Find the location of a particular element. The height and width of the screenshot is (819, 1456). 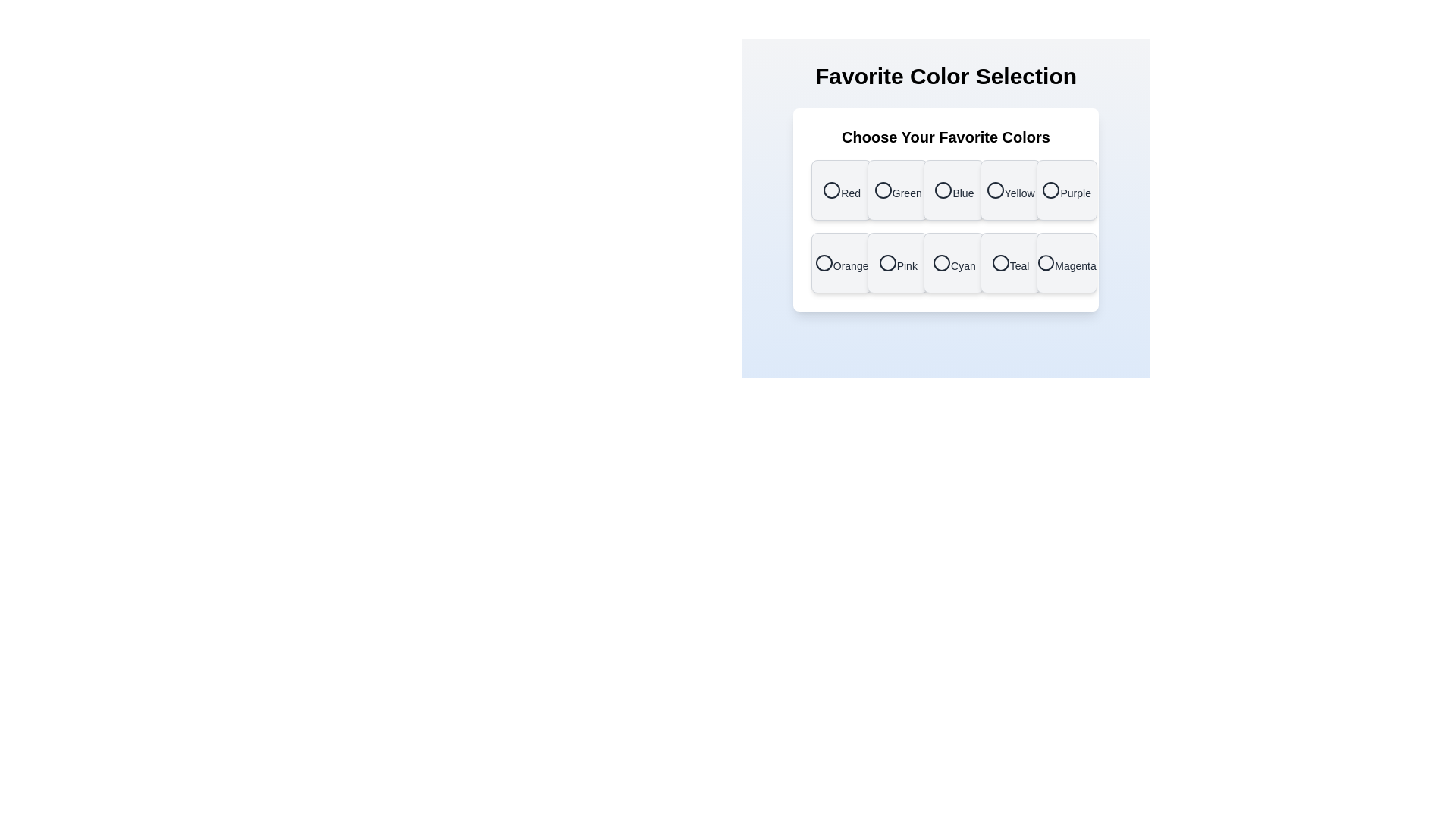

the color Red is located at coordinates (841, 189).